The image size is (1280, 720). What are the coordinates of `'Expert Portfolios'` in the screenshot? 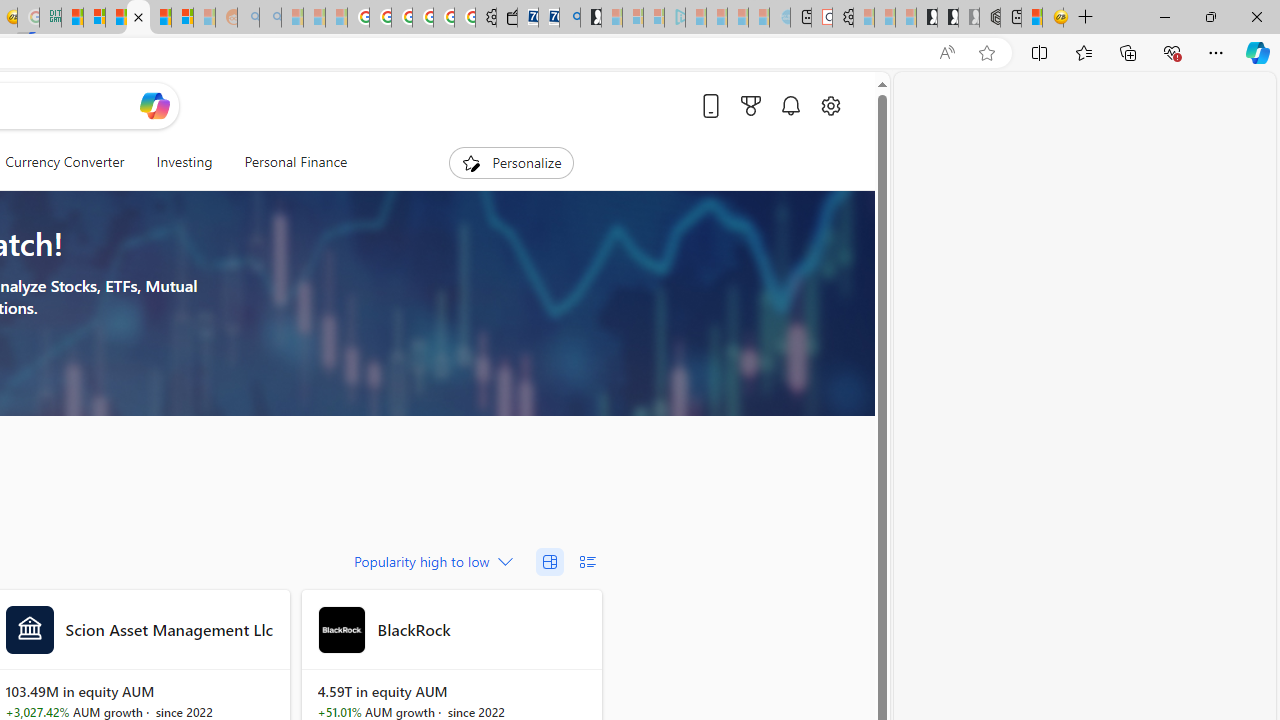 It's located at (137, 17).